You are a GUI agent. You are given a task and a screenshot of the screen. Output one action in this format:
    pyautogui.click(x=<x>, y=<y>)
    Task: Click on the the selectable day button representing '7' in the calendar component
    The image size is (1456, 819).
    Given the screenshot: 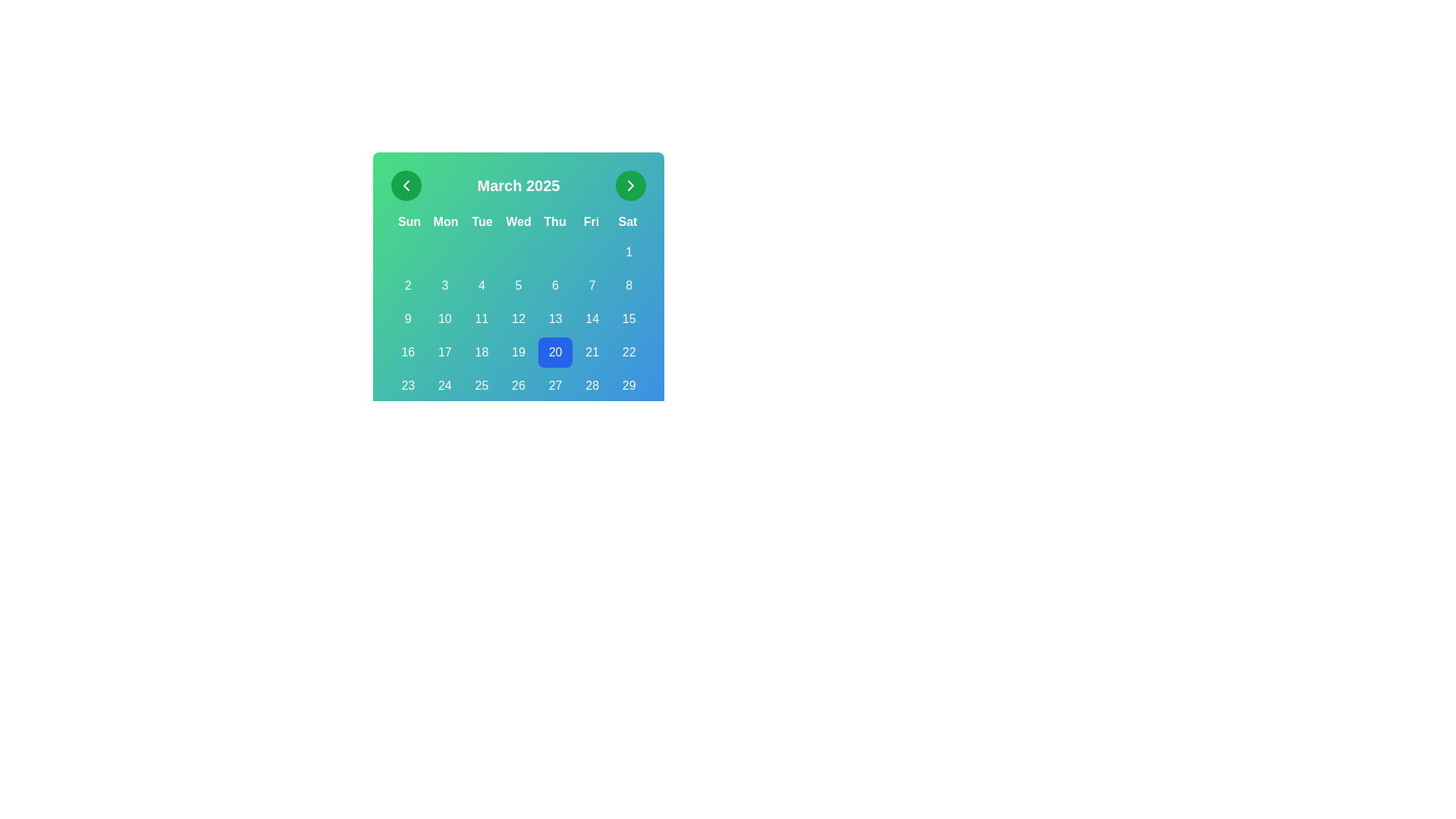 What is the action you would take?
    pyautogui.click(x=591, y=286)
    